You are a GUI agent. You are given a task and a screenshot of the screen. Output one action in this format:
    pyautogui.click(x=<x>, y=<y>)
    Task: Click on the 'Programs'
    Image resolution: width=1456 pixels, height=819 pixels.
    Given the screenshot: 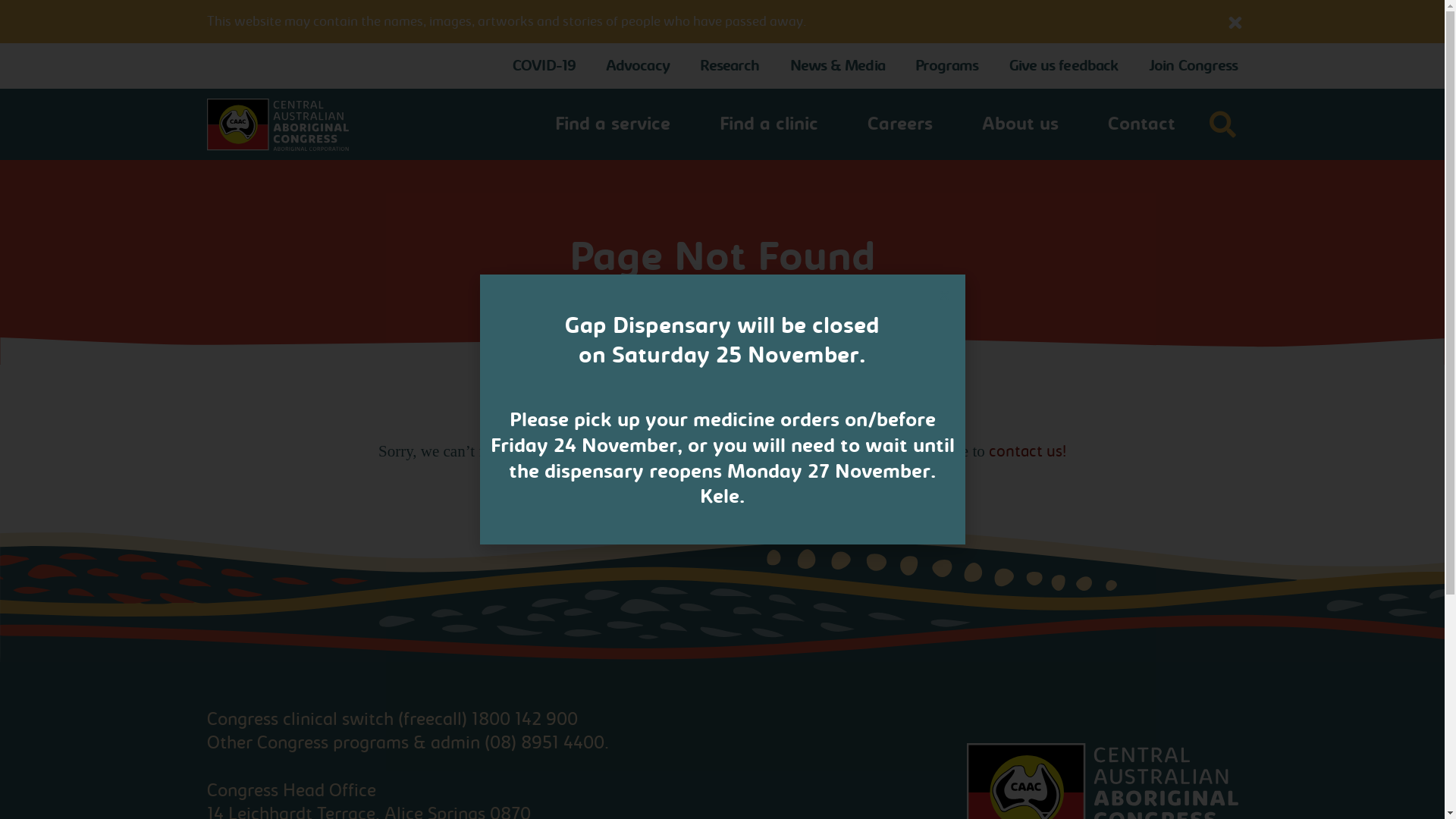 What is the action you would take?
    pyautogui.click(x=946, y=65)
    